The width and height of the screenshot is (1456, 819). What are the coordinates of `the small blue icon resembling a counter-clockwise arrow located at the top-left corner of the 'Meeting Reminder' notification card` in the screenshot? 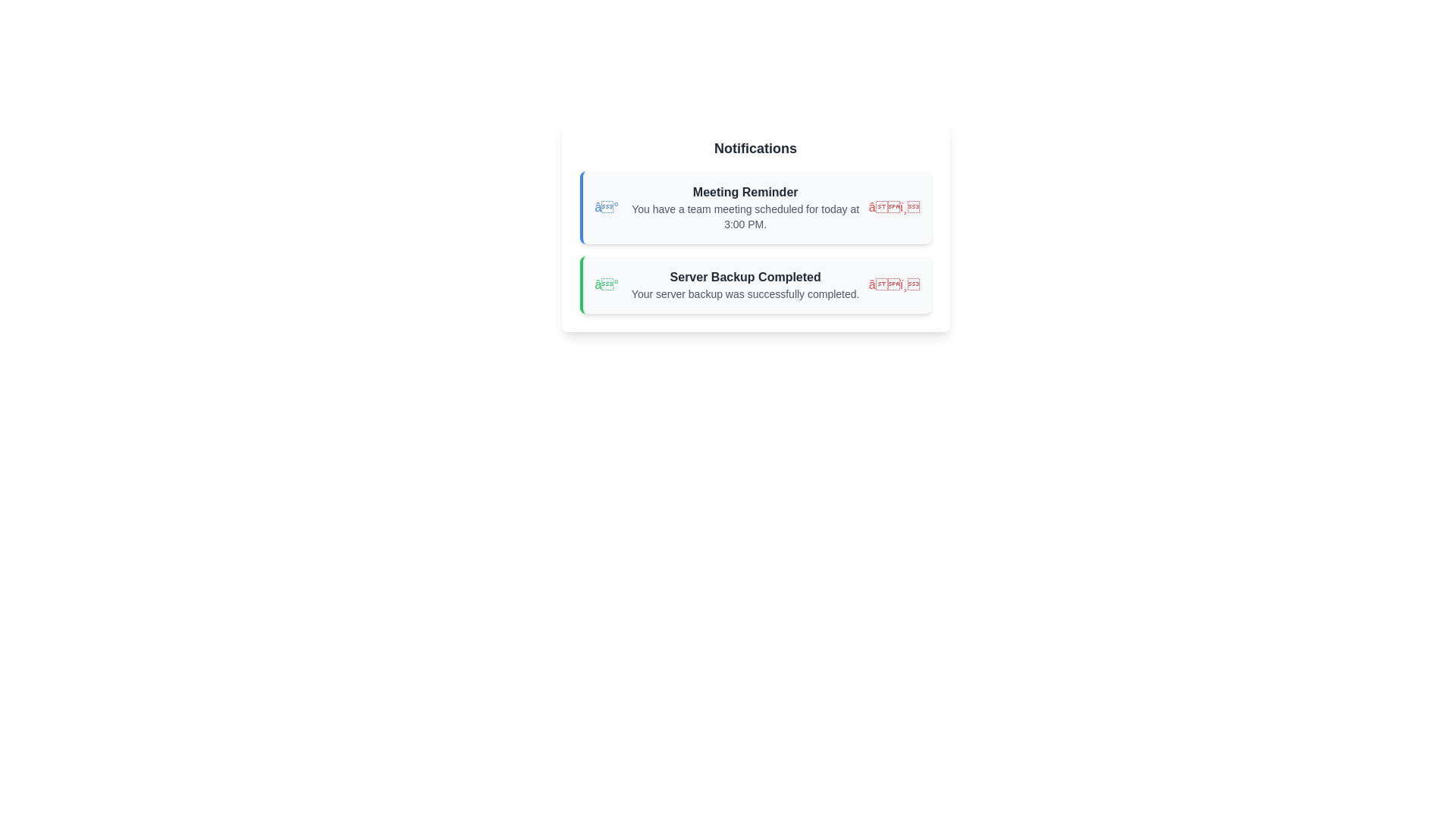 It's located at (603, 207).